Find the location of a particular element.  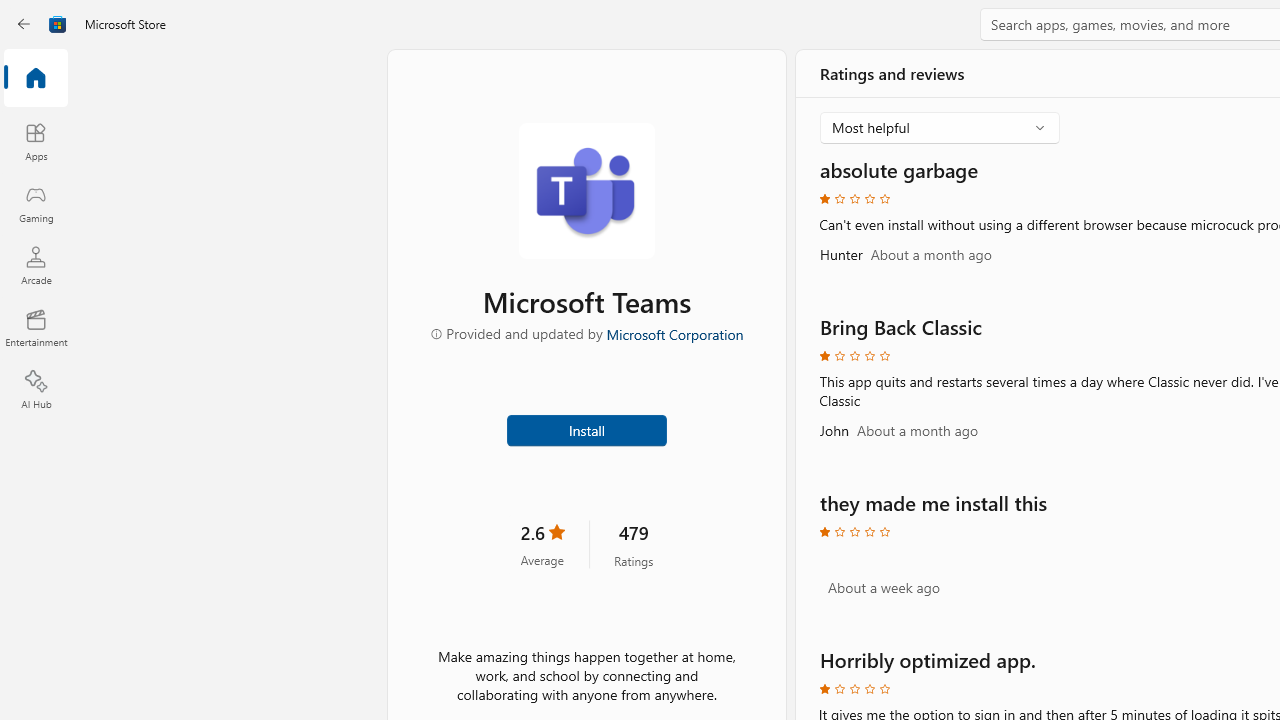

'AI Hub' is located at coordinates (35, 390).